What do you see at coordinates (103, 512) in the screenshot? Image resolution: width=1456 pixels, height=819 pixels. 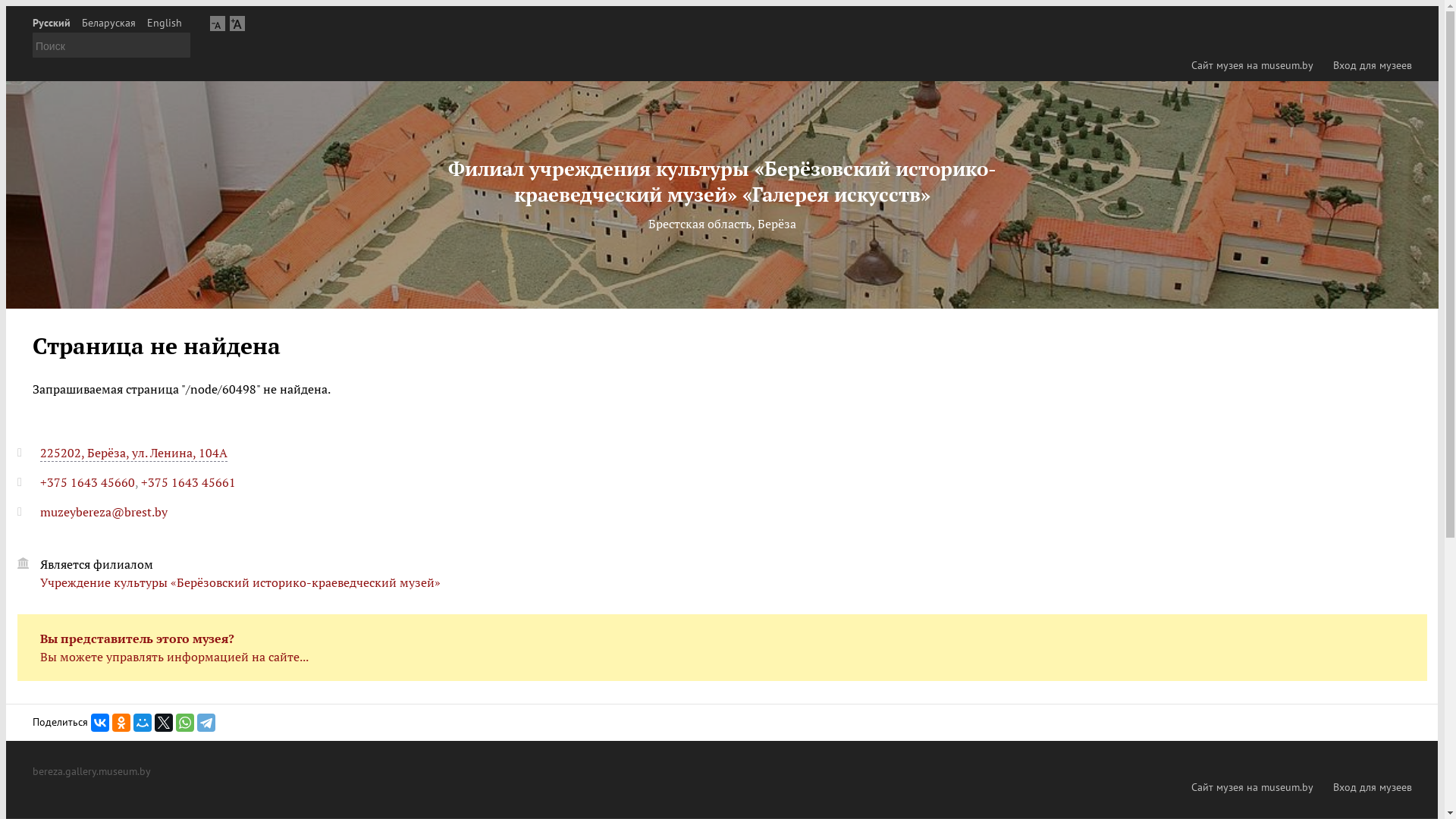 I see `'muzeybereza@brest.by'` at bounding box center [103, 512].